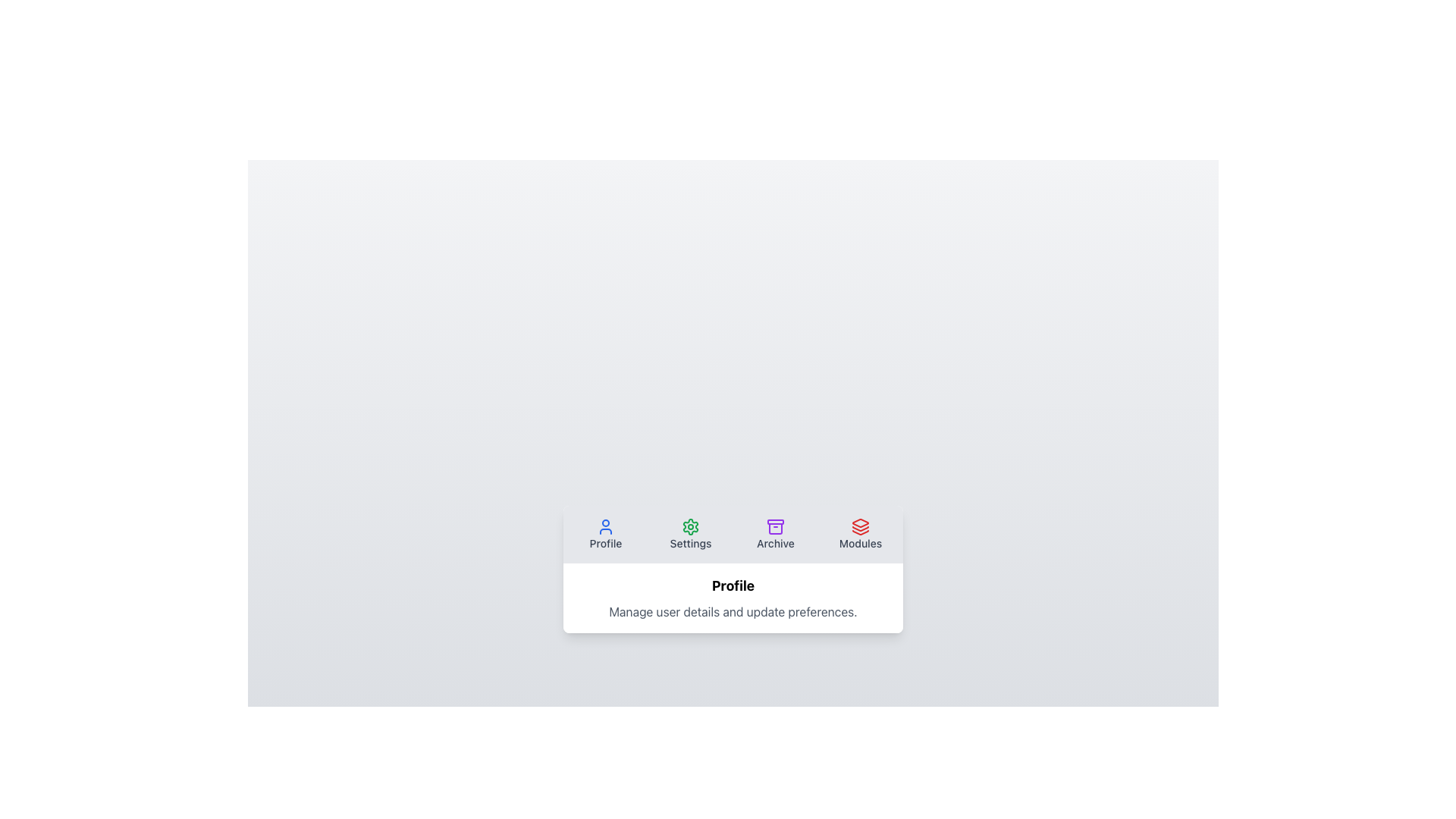 The width and height of the screenshot is (1456, 819). What do you see at coordinates (775, 543) in the screenshot?
I see `the text label that indicates the archive functionality, located beneath the purple archive icon in the bottom center of the interface` at bounding box center [775, 543].